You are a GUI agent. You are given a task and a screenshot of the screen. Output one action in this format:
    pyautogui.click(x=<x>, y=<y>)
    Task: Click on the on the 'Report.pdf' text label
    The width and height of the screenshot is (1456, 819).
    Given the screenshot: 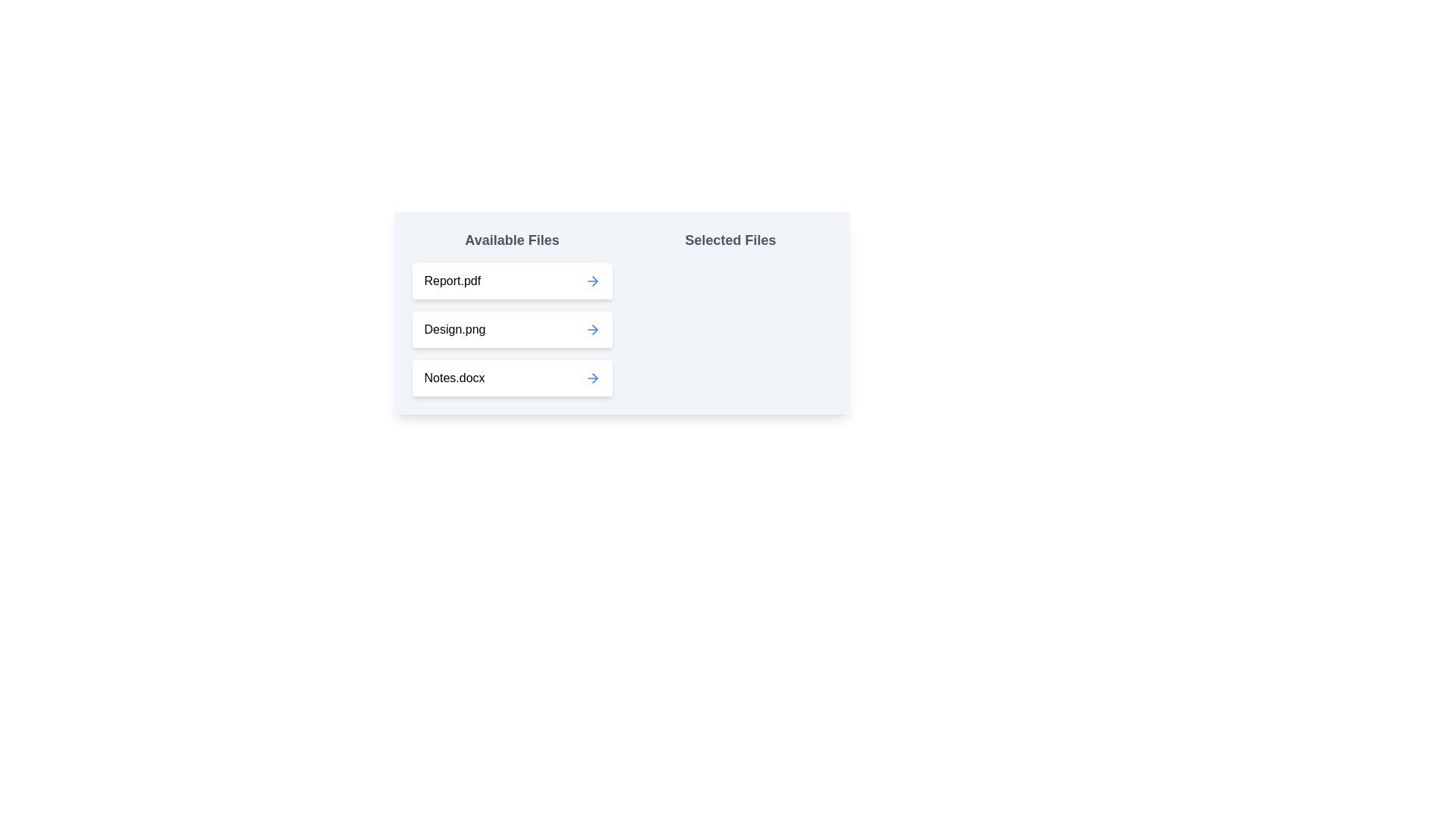 What is the action you would take?
    pyautogui.click(x=451, y=281)
    